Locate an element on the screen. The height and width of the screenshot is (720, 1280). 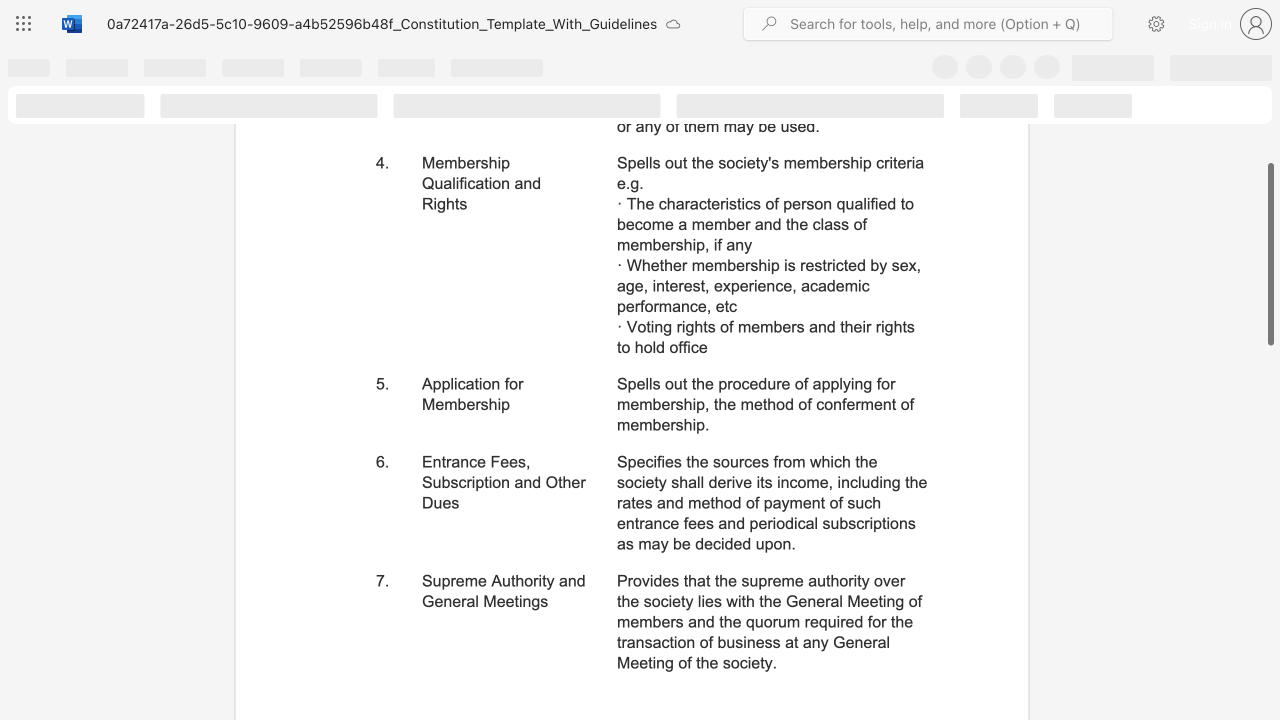
the subset text "rsh" within the text "Application for Membership" is located at coordinates (474, 404).